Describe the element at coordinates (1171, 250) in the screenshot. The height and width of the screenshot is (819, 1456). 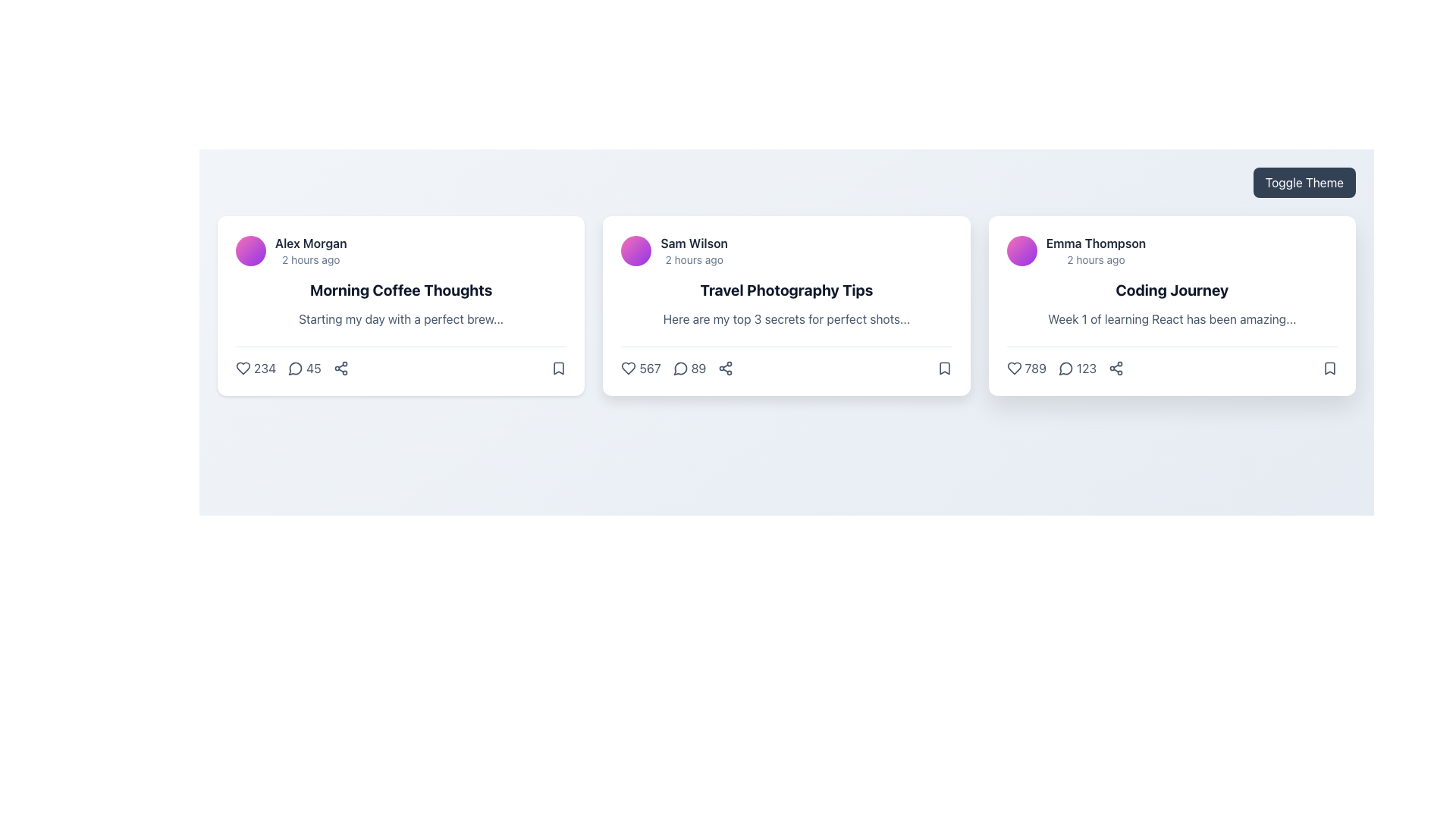
I see `the name 'Emma Thompson' in the top section of the third card` at that location.